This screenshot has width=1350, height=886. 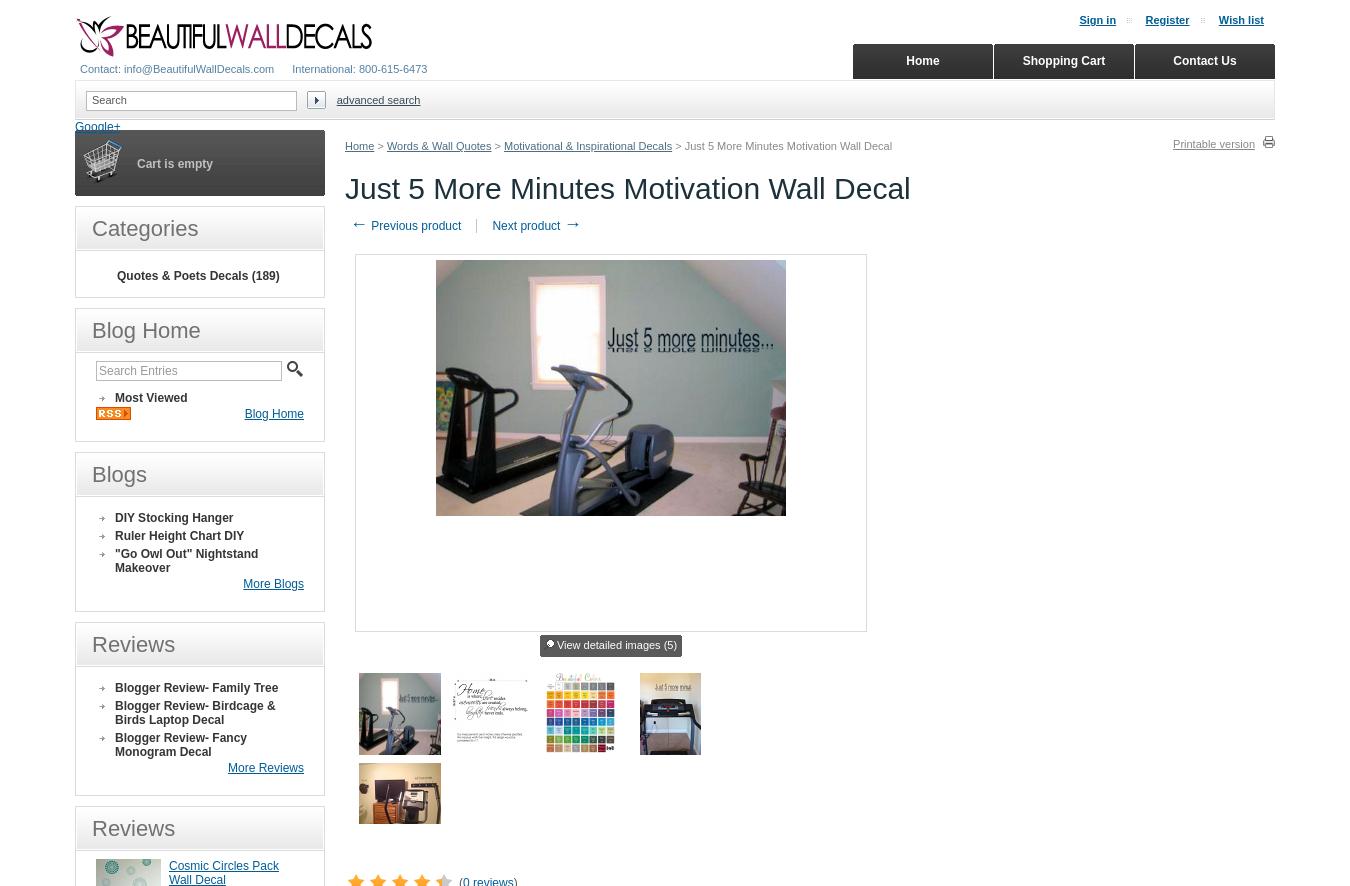 I want to click on 'More Reviews', so click(x=225, y=766).